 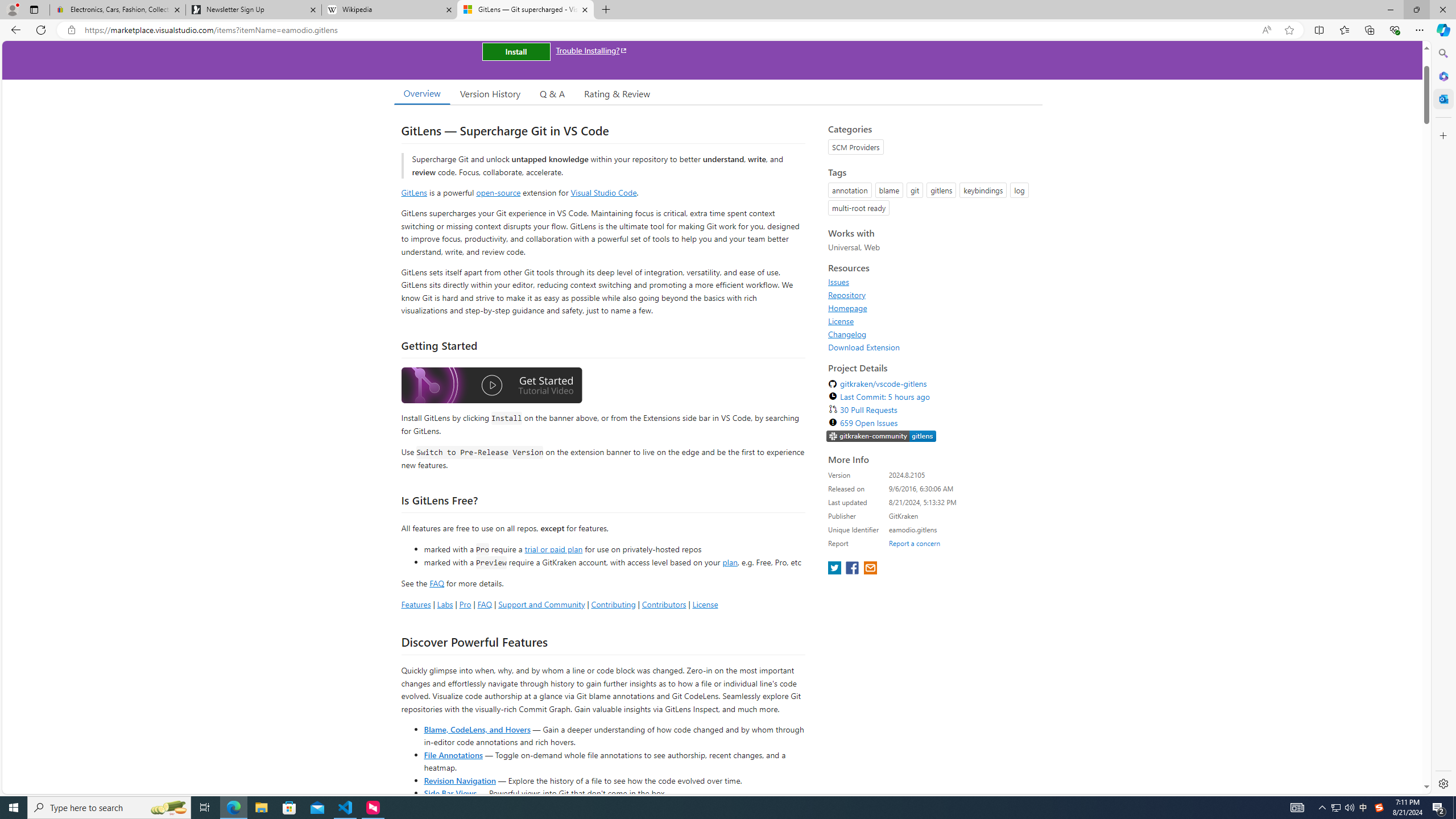 I want to click on 'Visual Studio Code', so click(x=603, y=192).